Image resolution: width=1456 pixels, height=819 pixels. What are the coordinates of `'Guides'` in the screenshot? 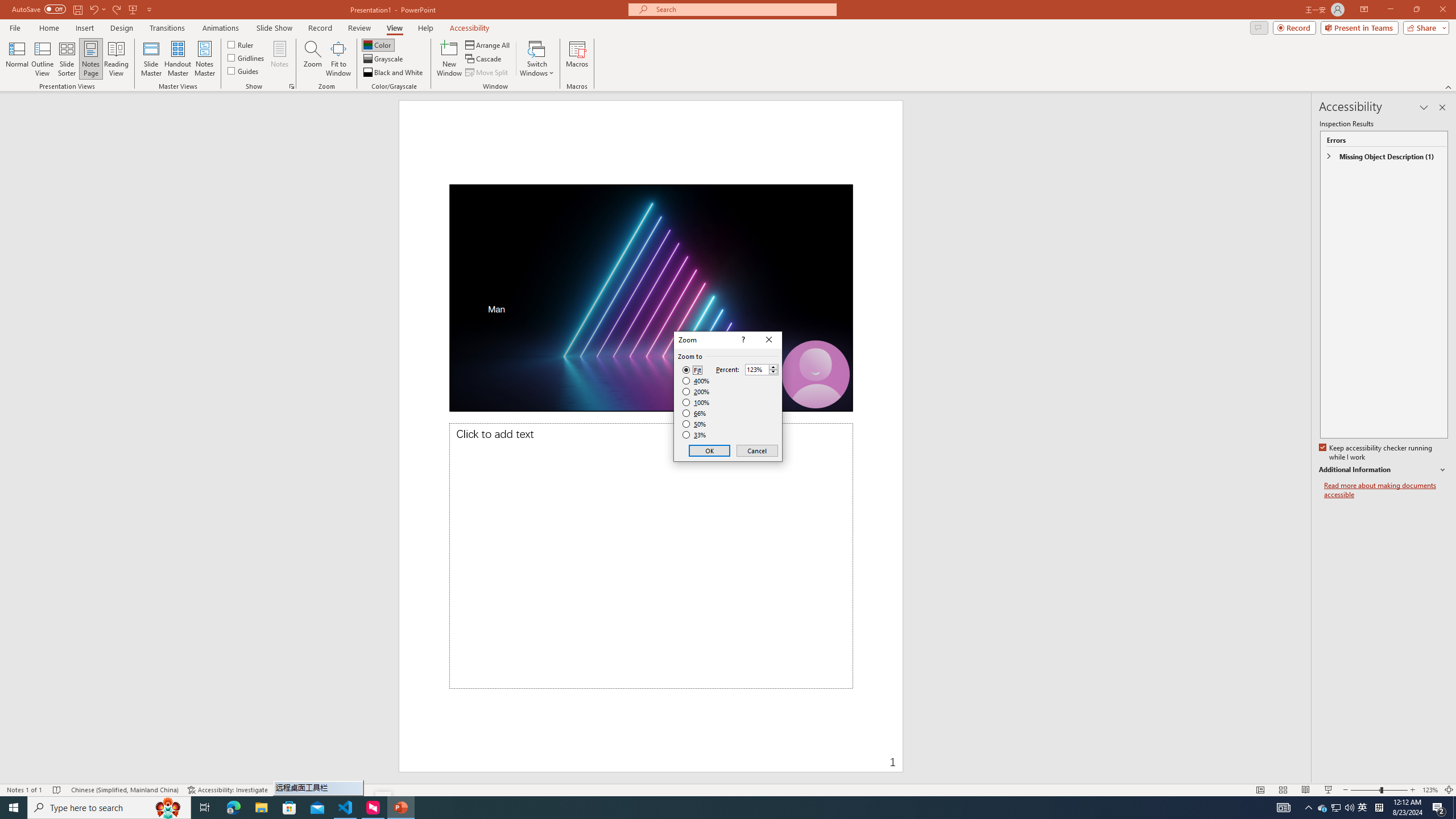 It's located at (243, 69).